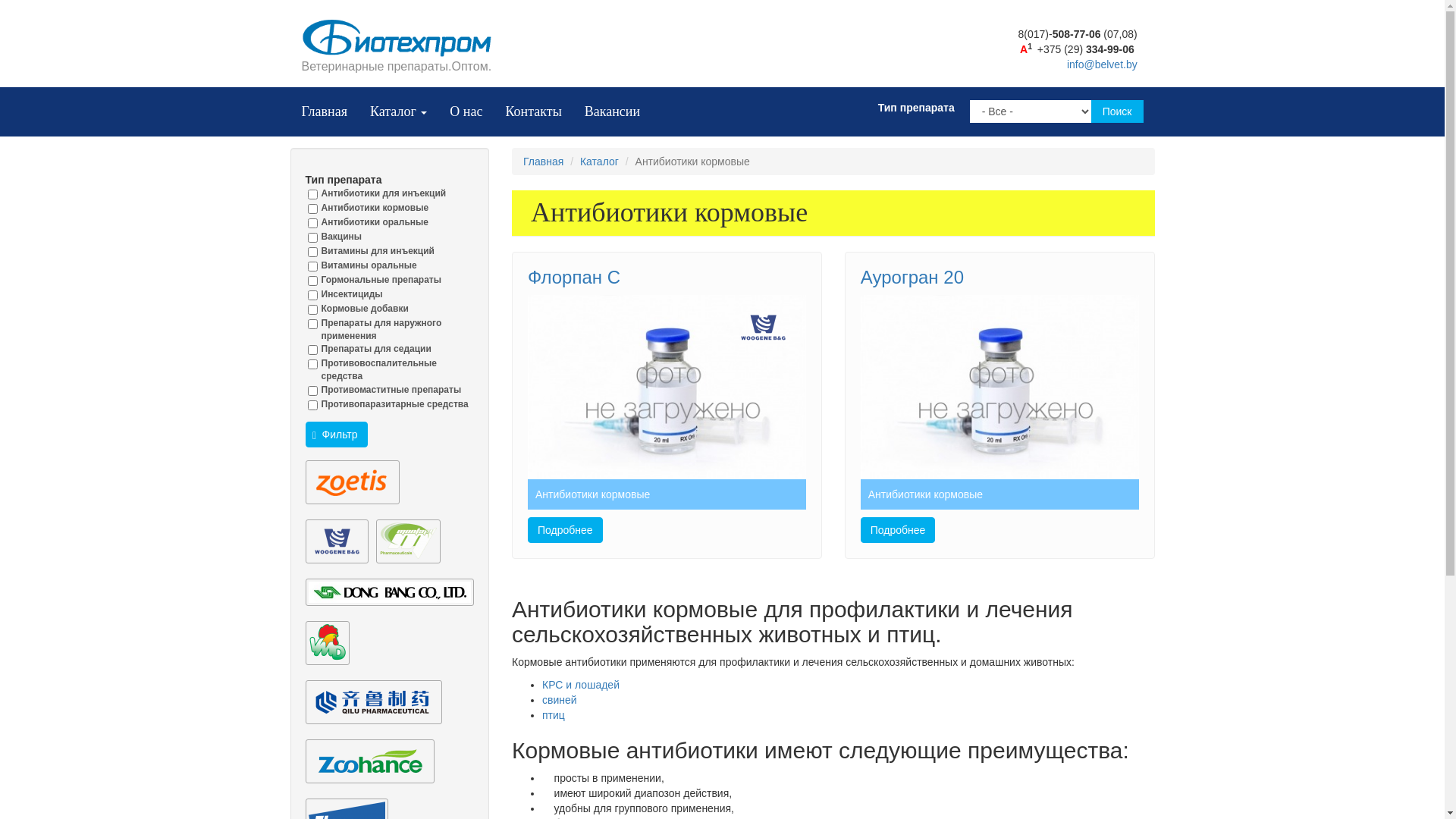 Image resolution: width=1456 pixels, height=819 pixels. Describe the element at coordinates (351, 482) in the screenshot. I see `'Zoetis'` at that location.